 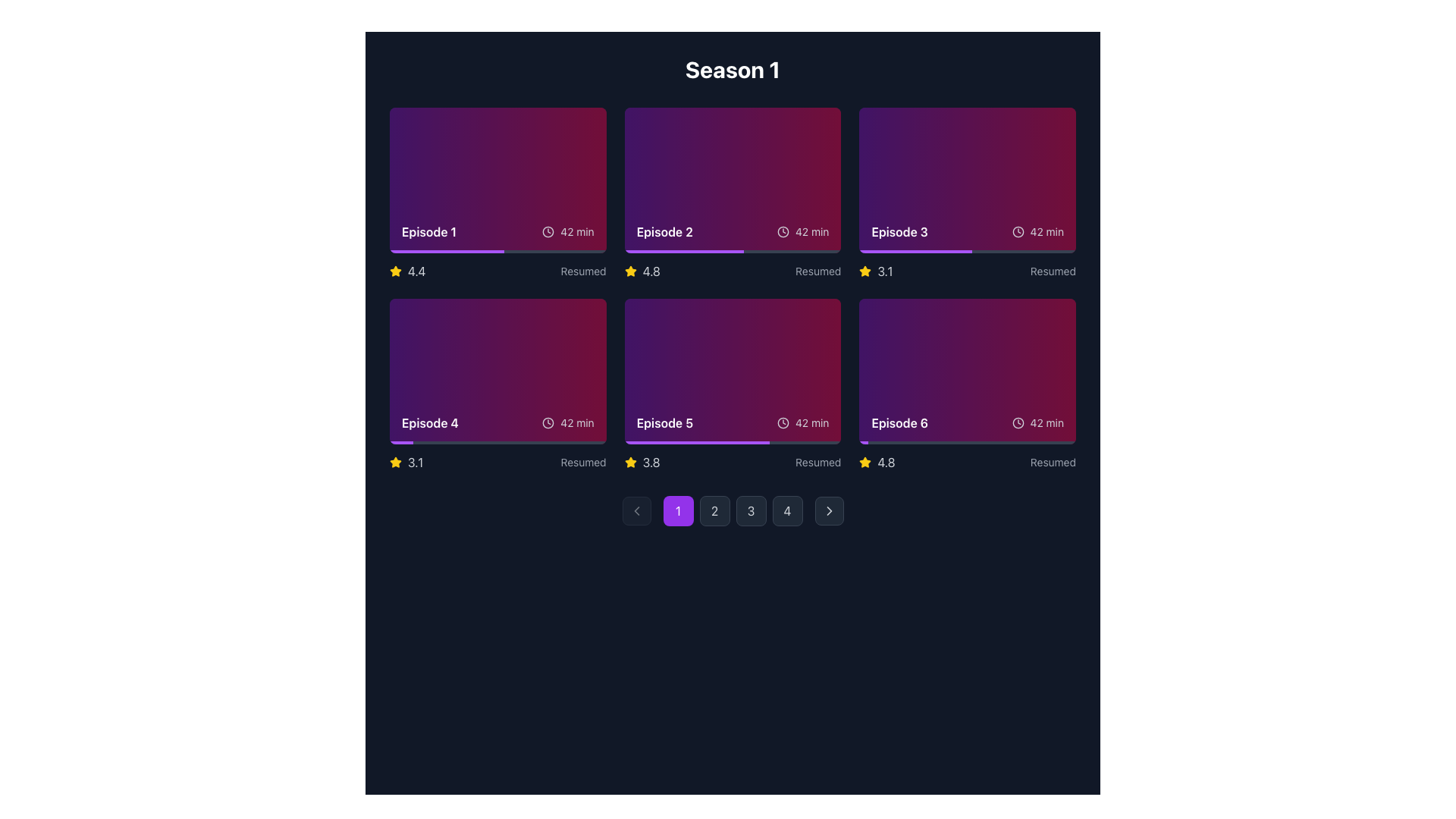 What do you see at coordinates (576, 423) in the screenshot?
I see `the text label indicating the duration of the episode in minutes, located at the bottom right corner of 'Episode 4', adjacent to a small clock icon` at bounding box center [576, 423].